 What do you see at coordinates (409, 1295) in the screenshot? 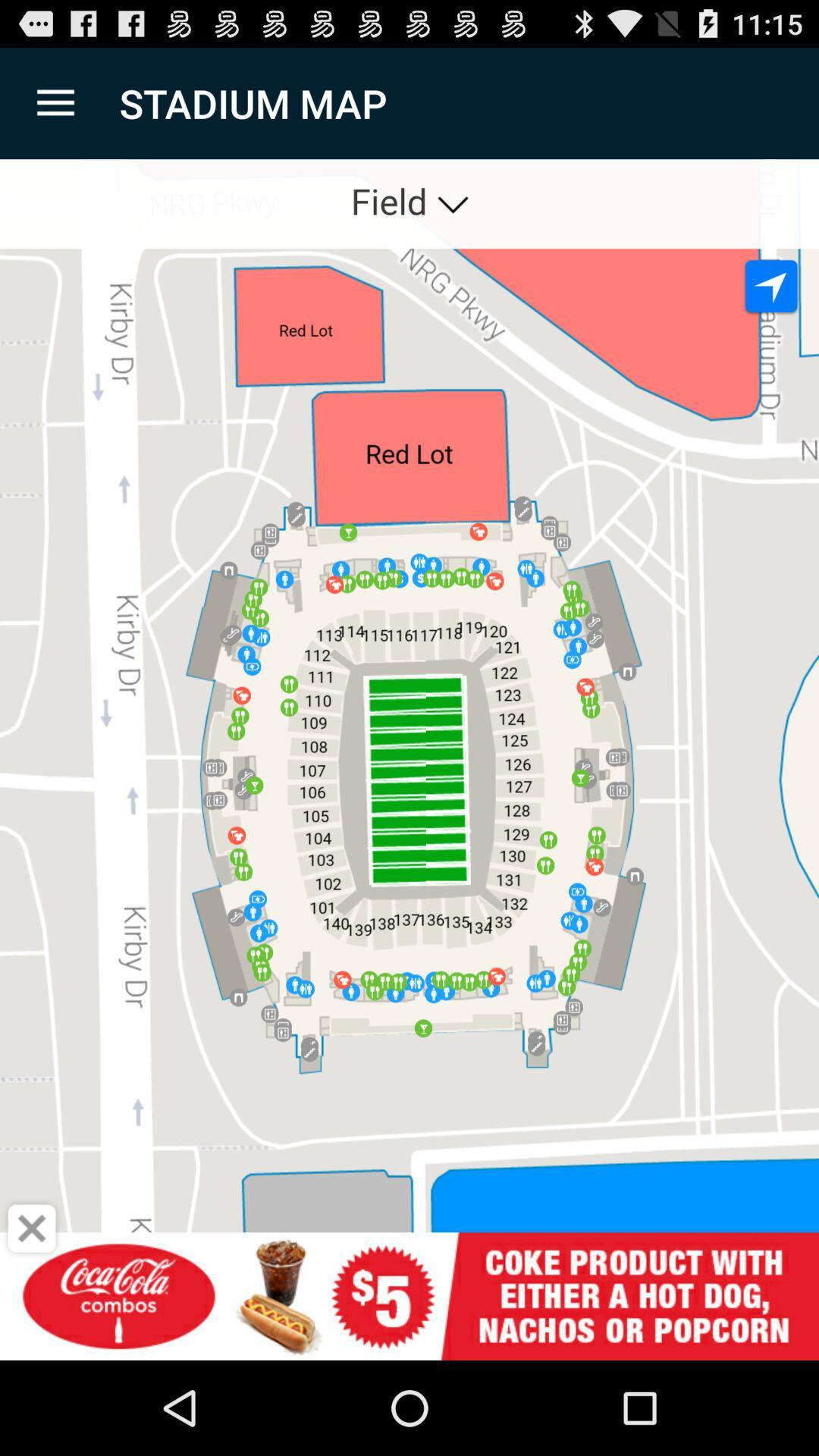
I see `advertisement image` at bounding box center [409, 1295].